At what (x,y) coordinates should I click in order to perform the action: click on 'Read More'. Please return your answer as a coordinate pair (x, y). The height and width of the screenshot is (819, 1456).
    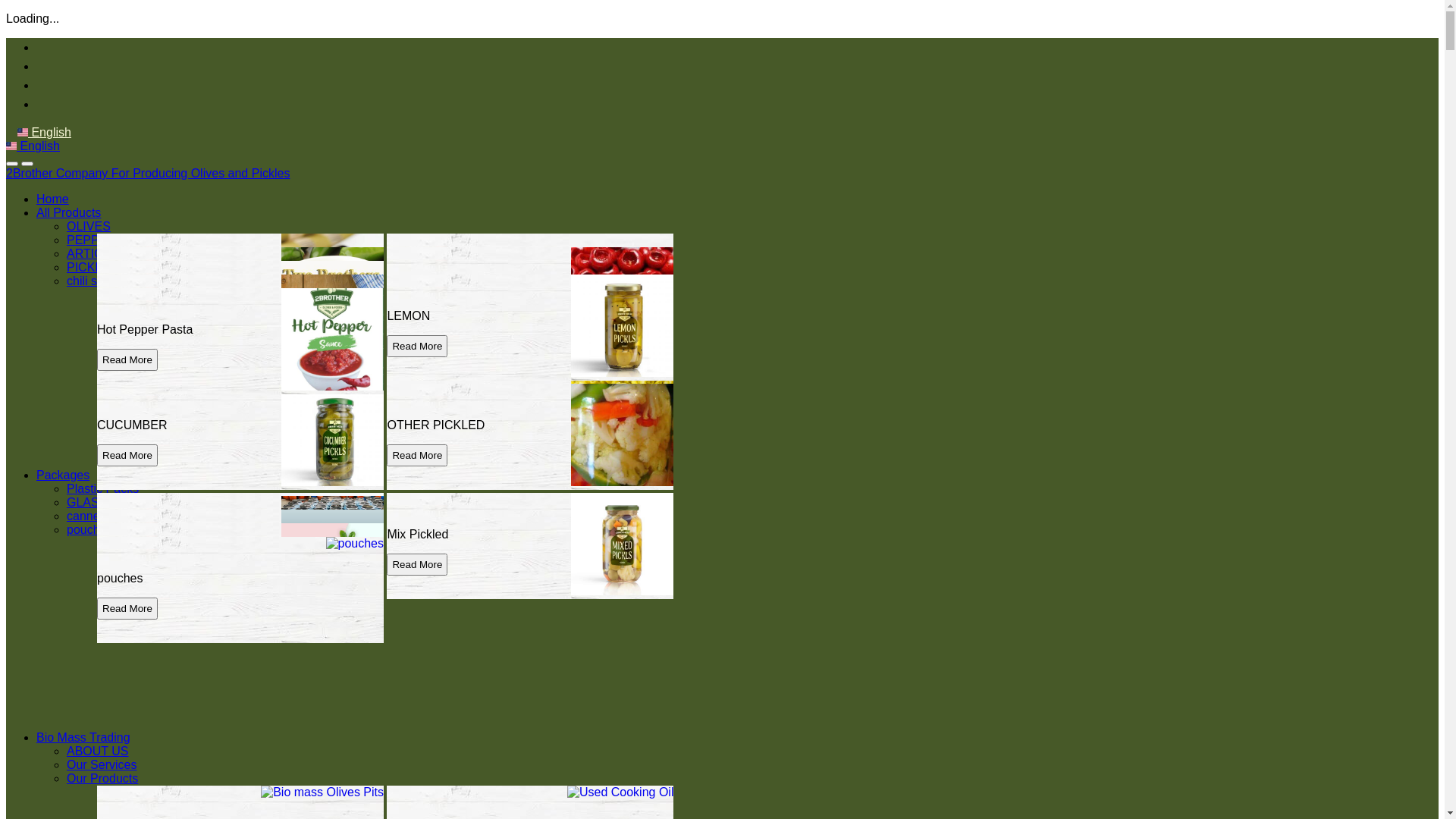
    Looking at the image, I should click on (417, 454).